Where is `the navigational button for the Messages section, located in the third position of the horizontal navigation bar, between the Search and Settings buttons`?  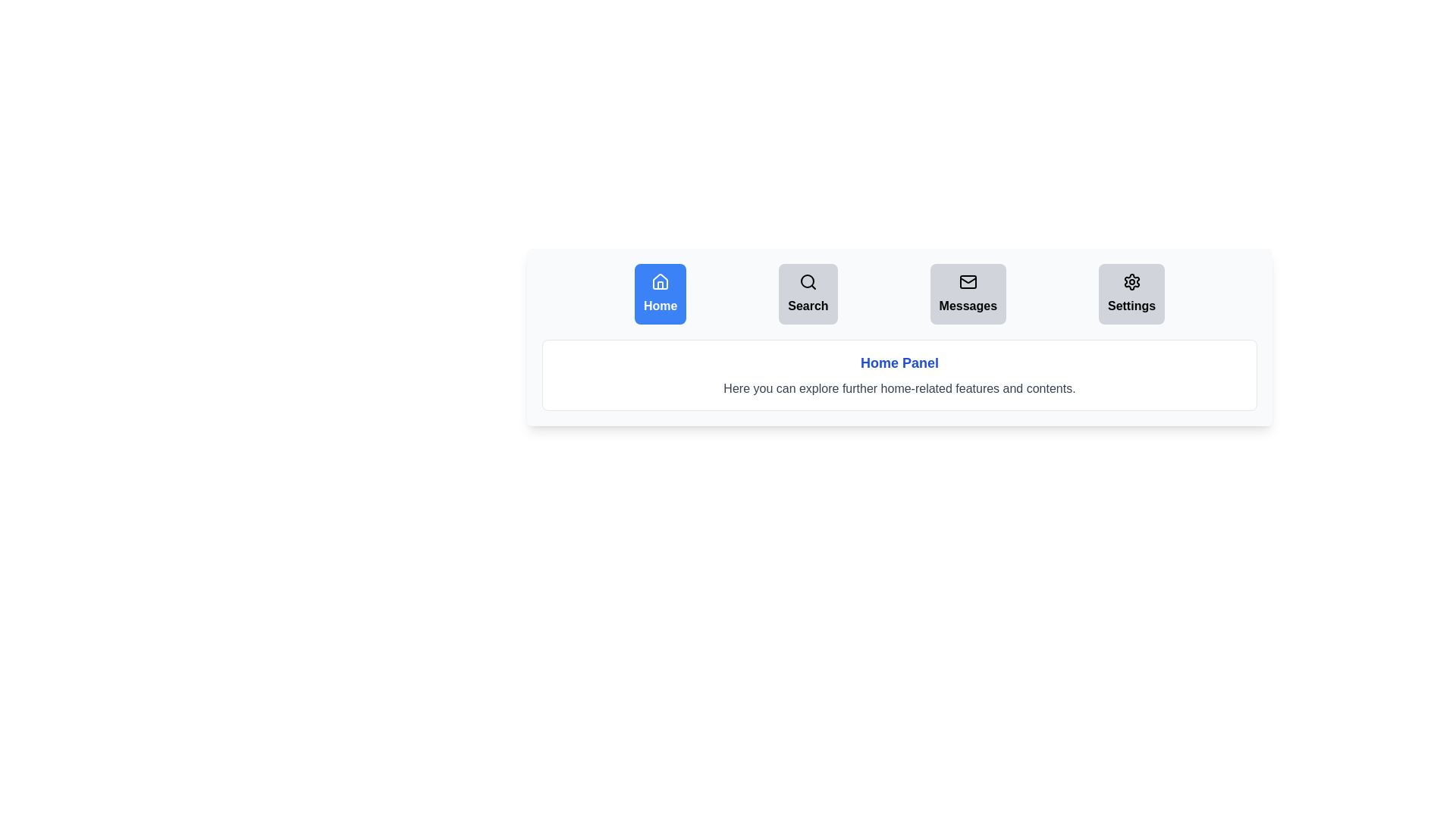
the navigational button for the Messages section, located in the third position of the horizontal navigation bar, between the Search and Settings buttons is located at coordinates (967, 294).